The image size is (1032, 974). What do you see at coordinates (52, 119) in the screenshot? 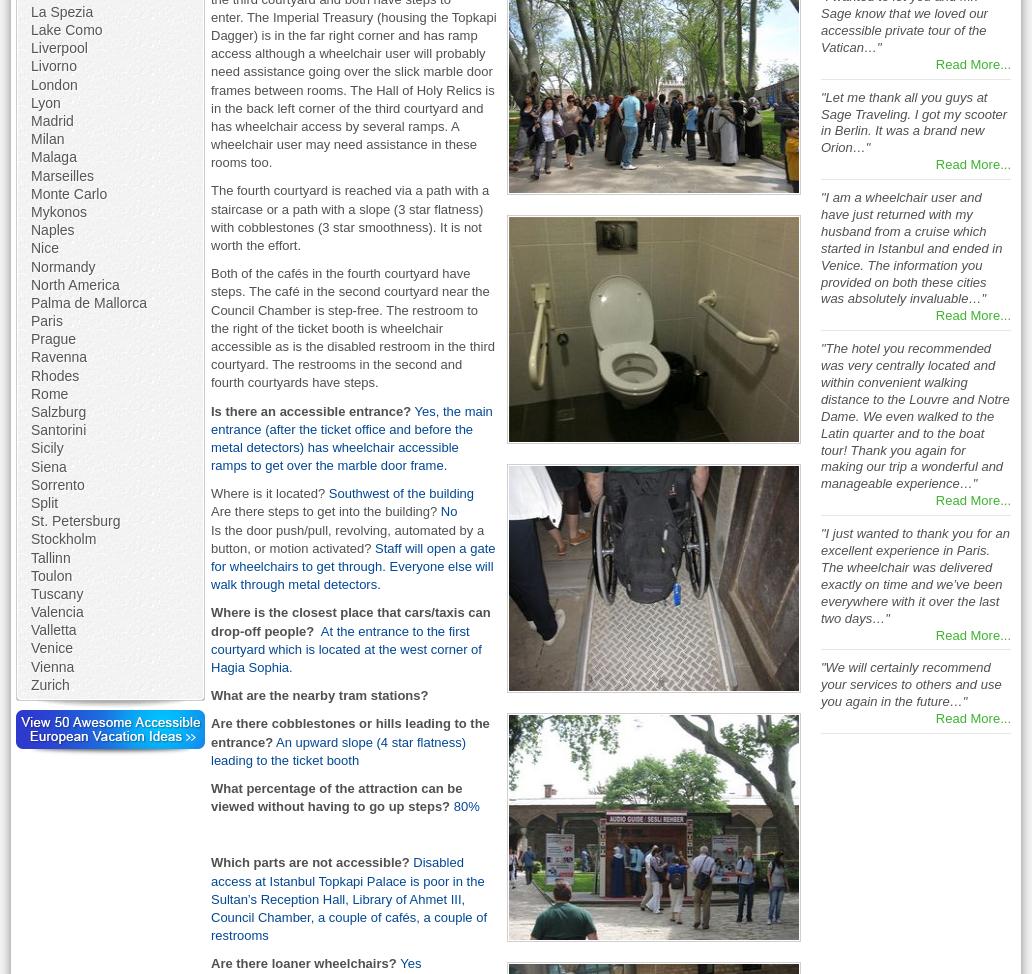
I see `'Madrid'` at bounding box center [52, 119].